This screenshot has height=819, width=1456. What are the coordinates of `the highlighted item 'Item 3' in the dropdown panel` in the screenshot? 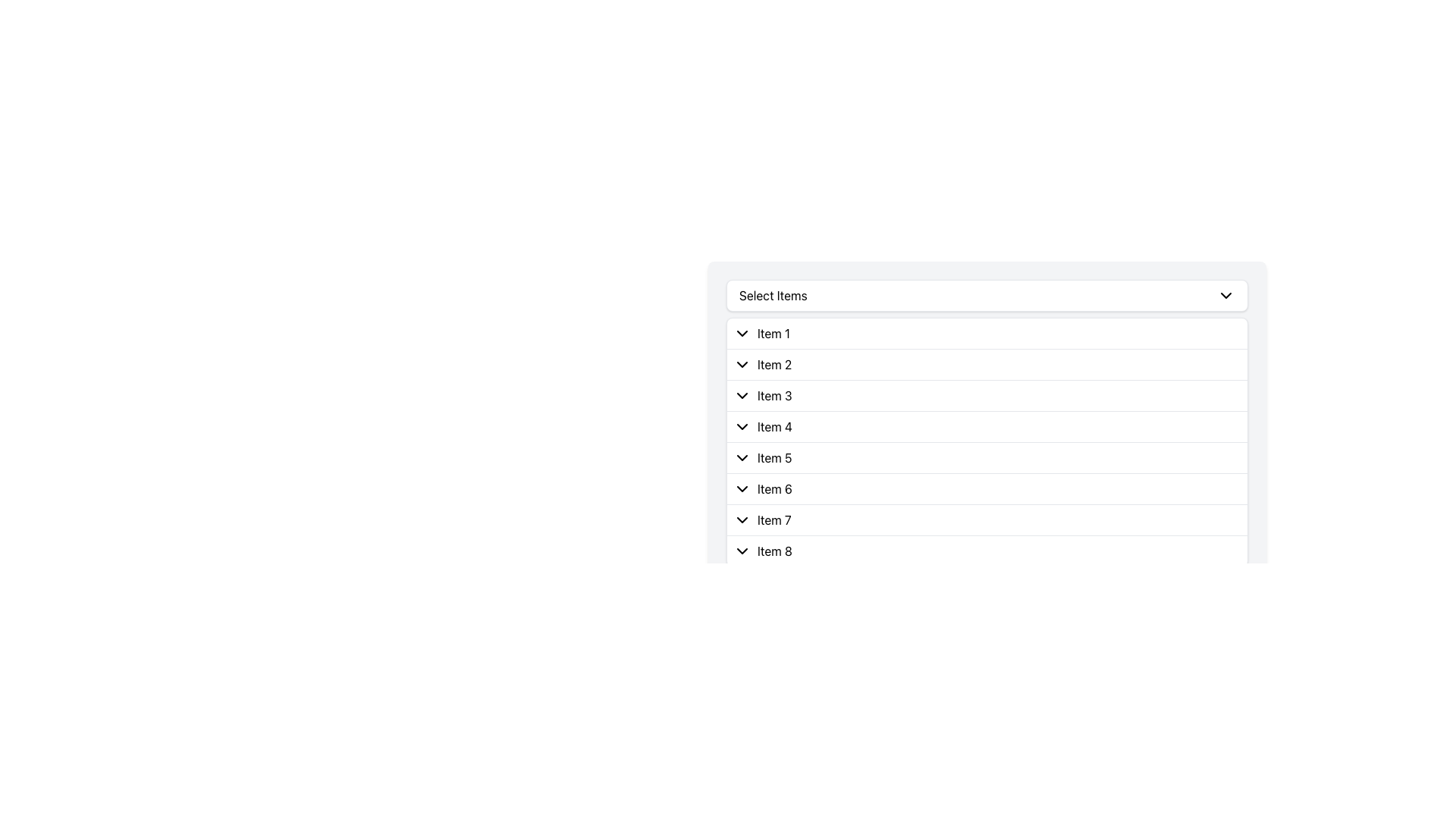 It's located at (987, 403).